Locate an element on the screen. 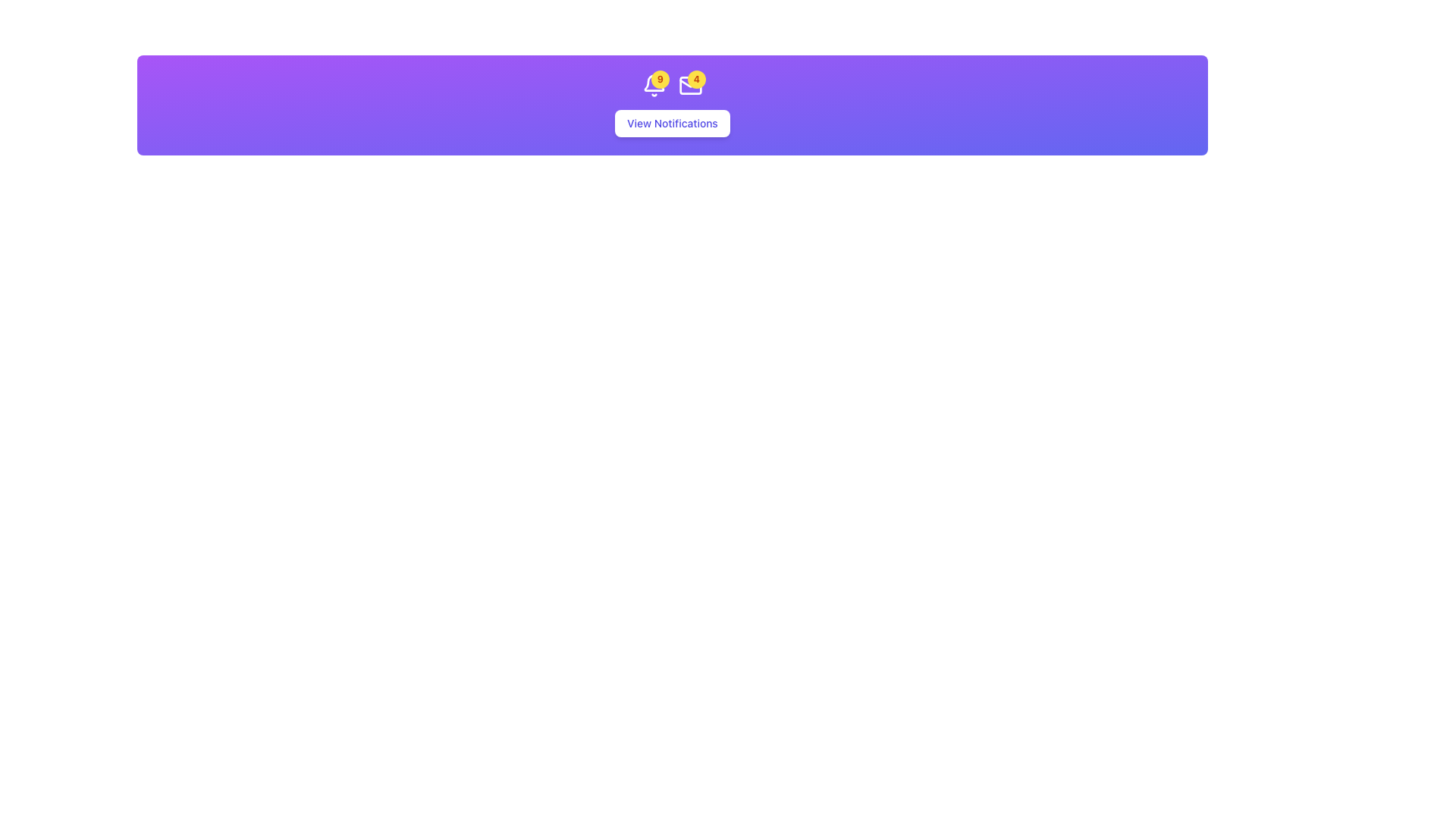 This screenshot has height=819, width=1456. the Notification icon with badge displaying the number '9', which is a bell shape within a yellow rounded rectangle, located at the top center of the view is located at coordinates (654, 85).